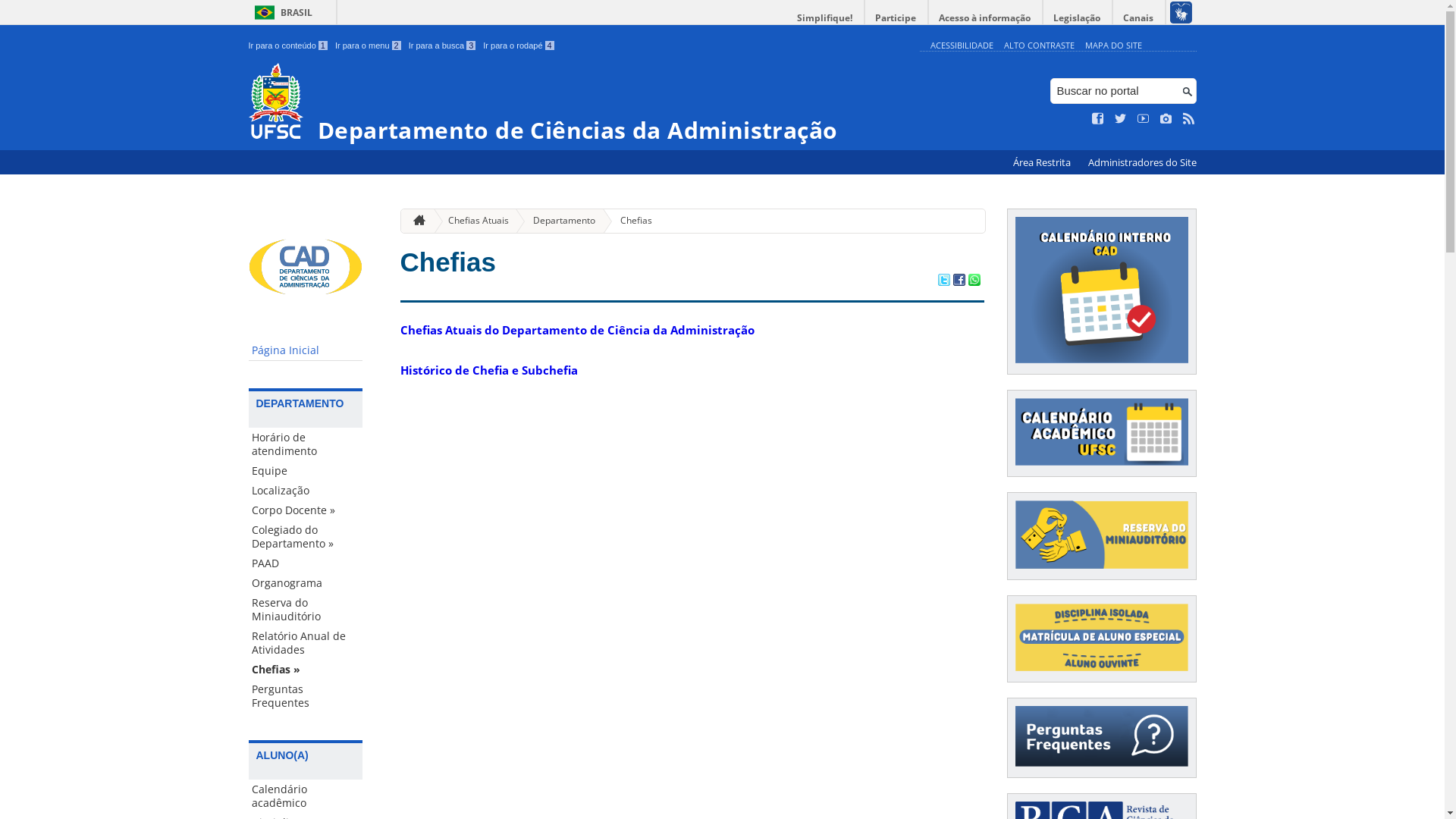 This screenshot has height=819, width=1456. What do you see at coordinates (1141, 162) in the screenshot?
I see `'Administradores do Site'` at bounding box center [1141, 162].